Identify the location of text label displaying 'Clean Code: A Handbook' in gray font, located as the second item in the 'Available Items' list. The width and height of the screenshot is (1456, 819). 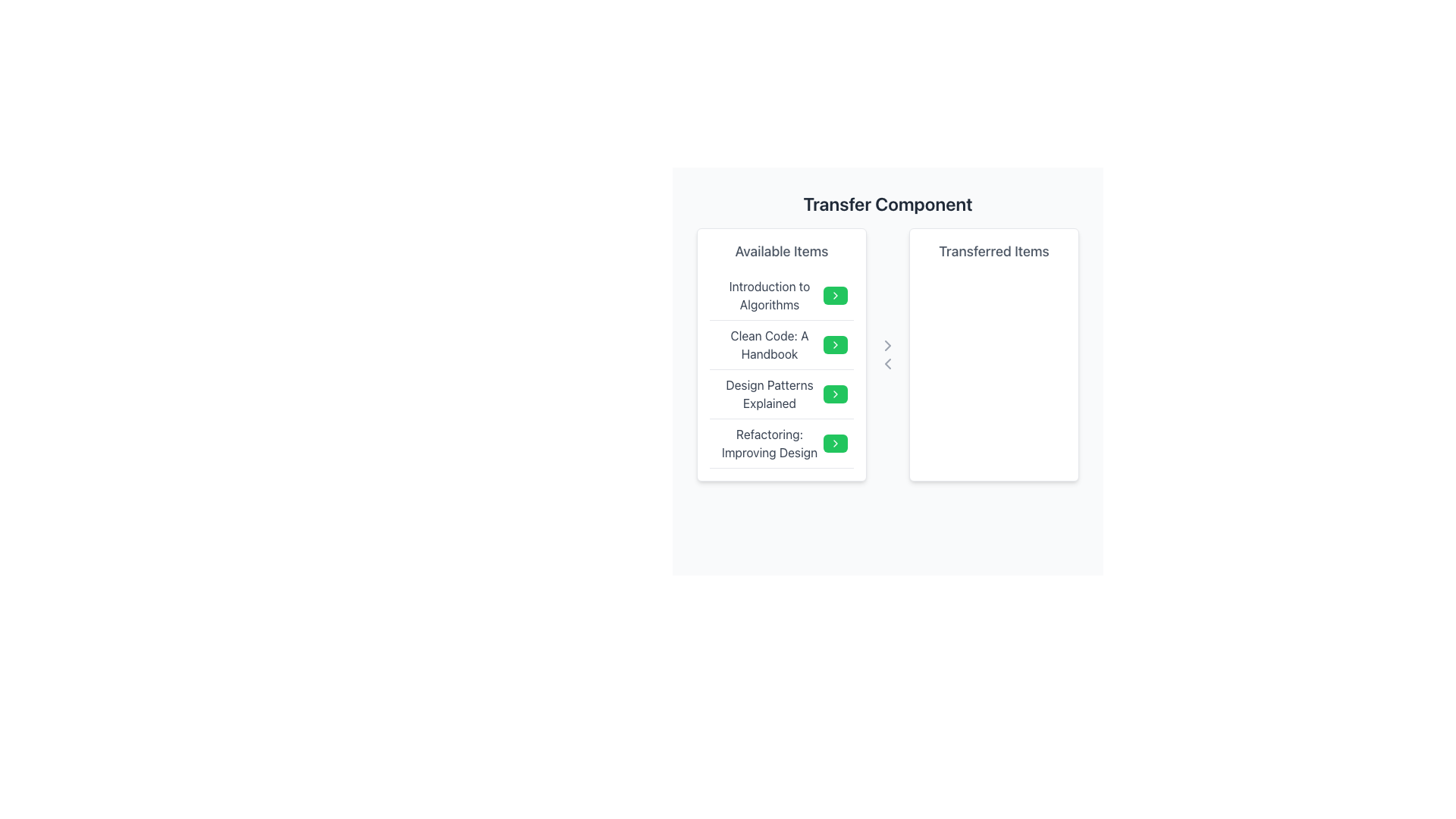
(769, 345).